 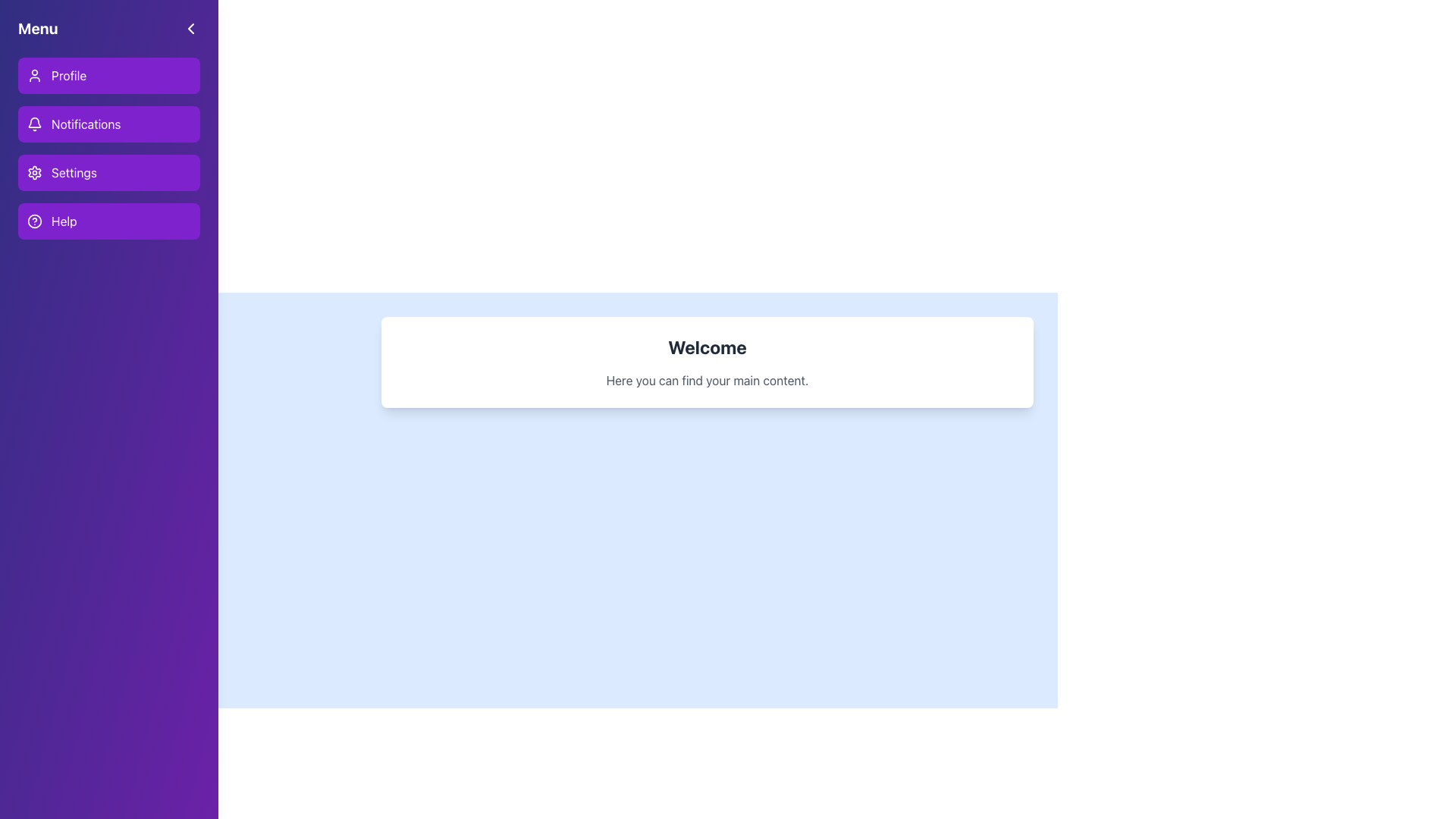 What do you see at coordinates (38, 29) in the screenshot?
I see `the static header text element located at the top-left section of the vertical navigation panel` at bounding box center [38, 29].